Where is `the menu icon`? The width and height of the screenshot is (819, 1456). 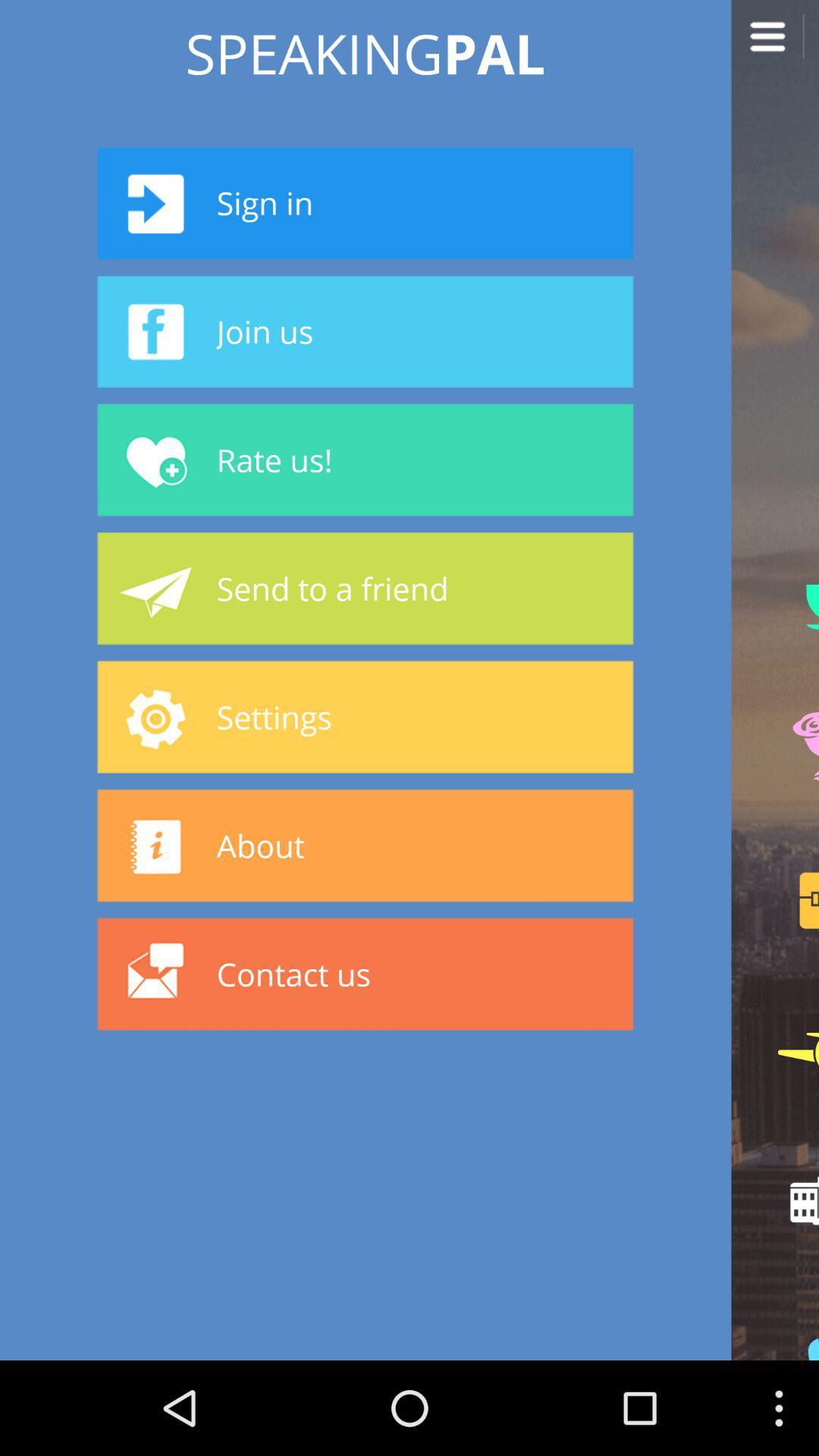
the menu icon is located at coordinates (775, 46).